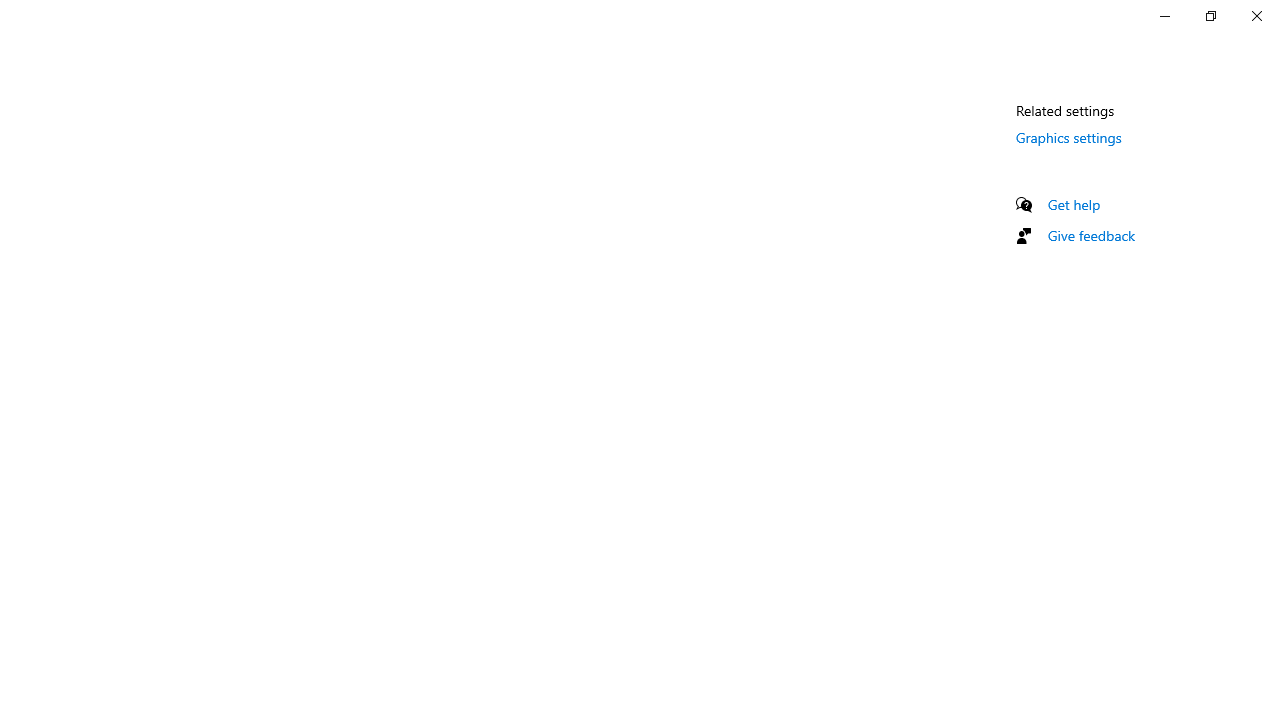 The image size is (1280, 720). I want to click on 'Minimize Settings', so click(1164, 15).